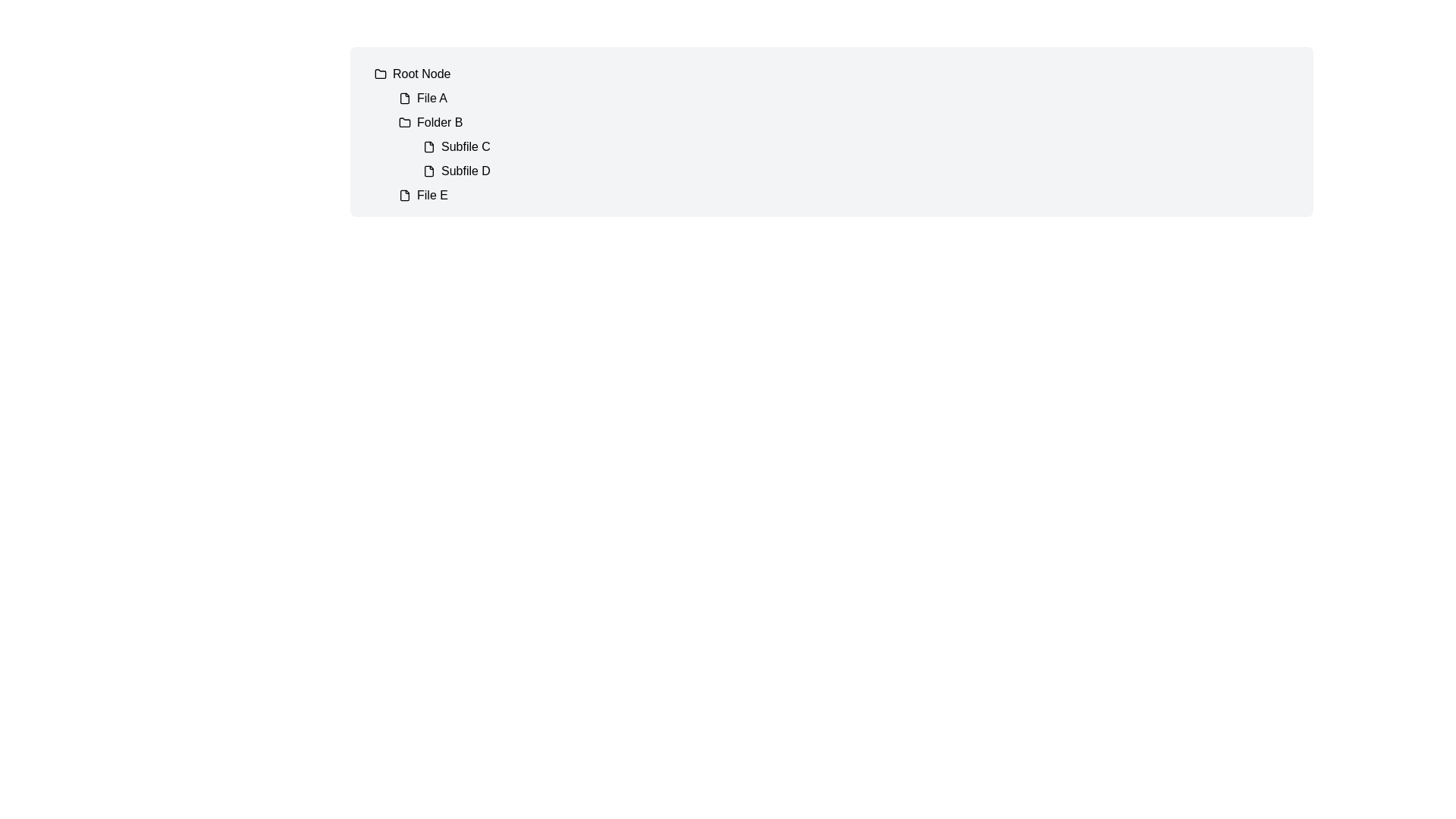  Describe the element at coordinates (465, 146) in the screenshot. I see `the text label for the subfile node located under the 'Folder B' node in the hierarchical file tree` at that location.